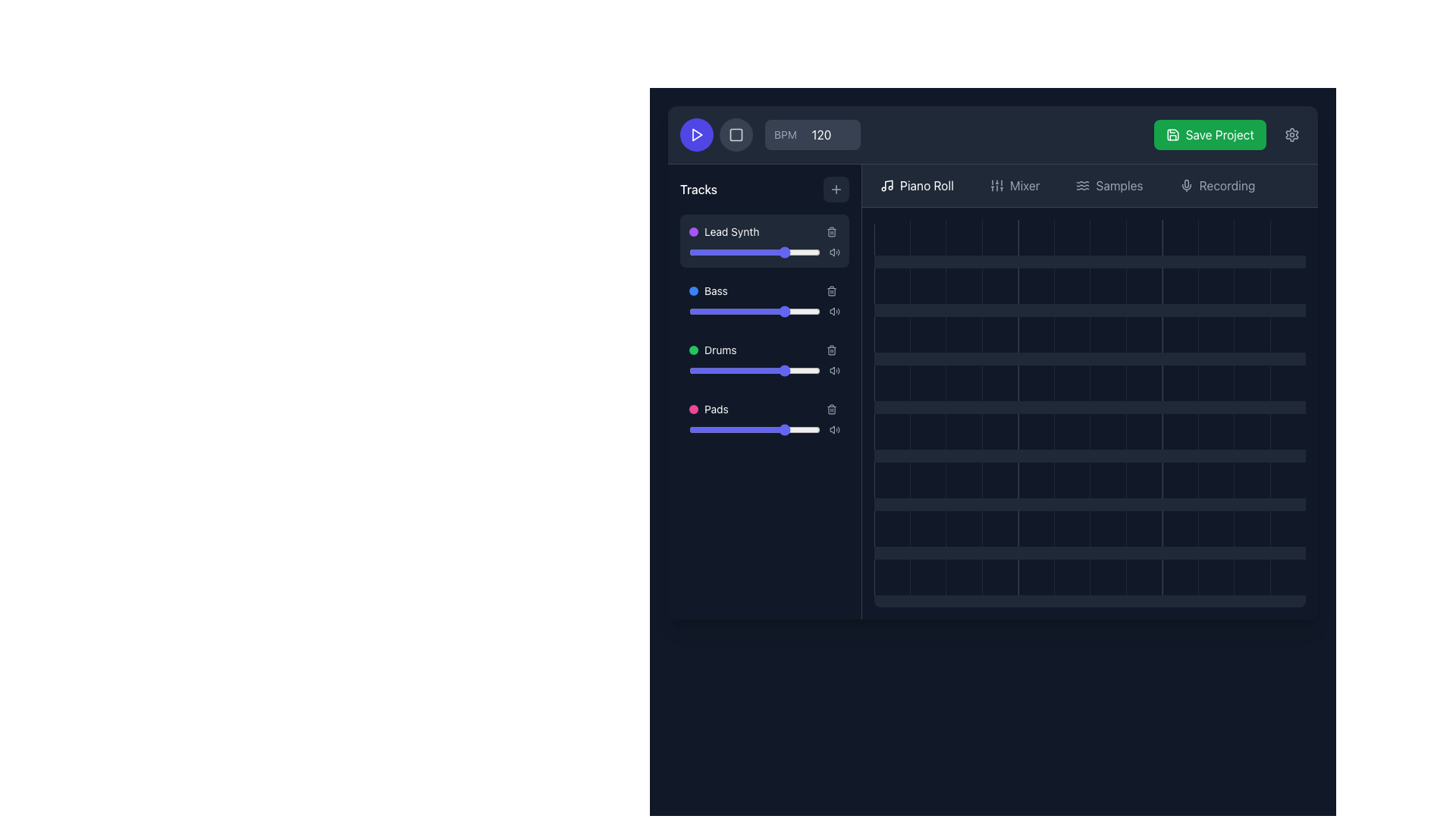 Image resolution: width=1456 pixels, height=819 pixels. Describe the element at coordinates (749, 311) in the screenshot. I see `the bass level` at that location.